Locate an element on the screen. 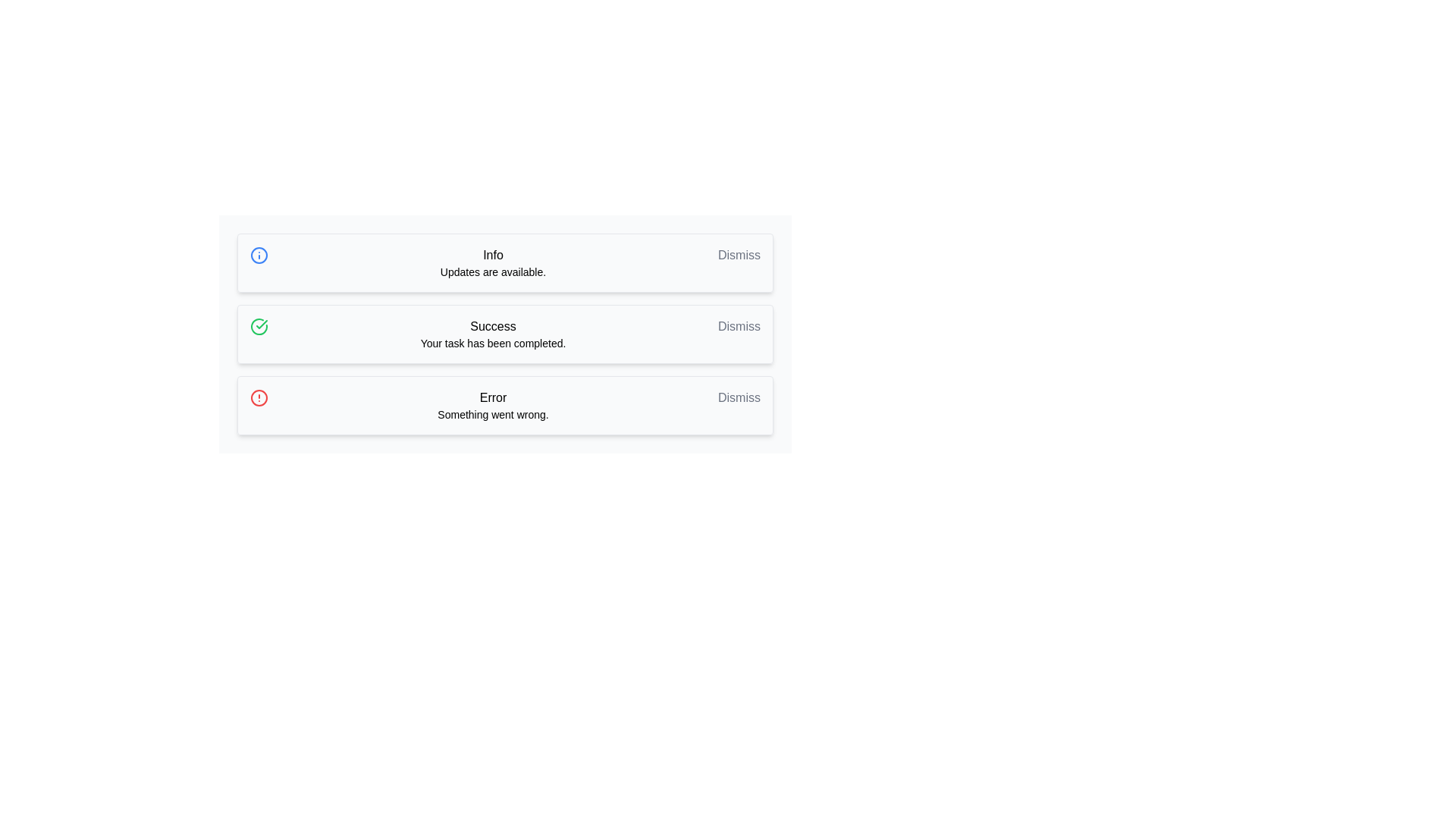 Image resolution: width=1456 pixels, height=819 pixels. the green checkmark icon located within the 'Success' notification card to the left of the text 'Success Your task has been completed.' is located at coordinates (262, 324).